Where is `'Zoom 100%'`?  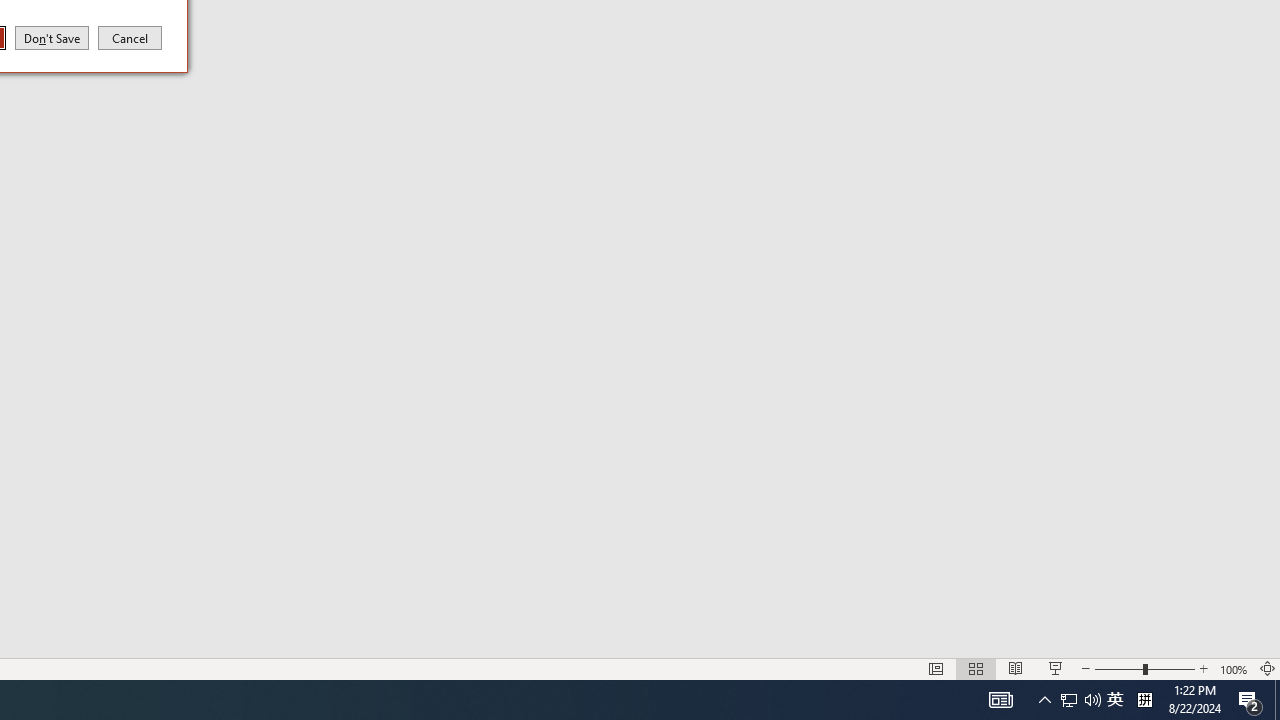
'Zoom 100%' is located at coordinates (1233, 669).